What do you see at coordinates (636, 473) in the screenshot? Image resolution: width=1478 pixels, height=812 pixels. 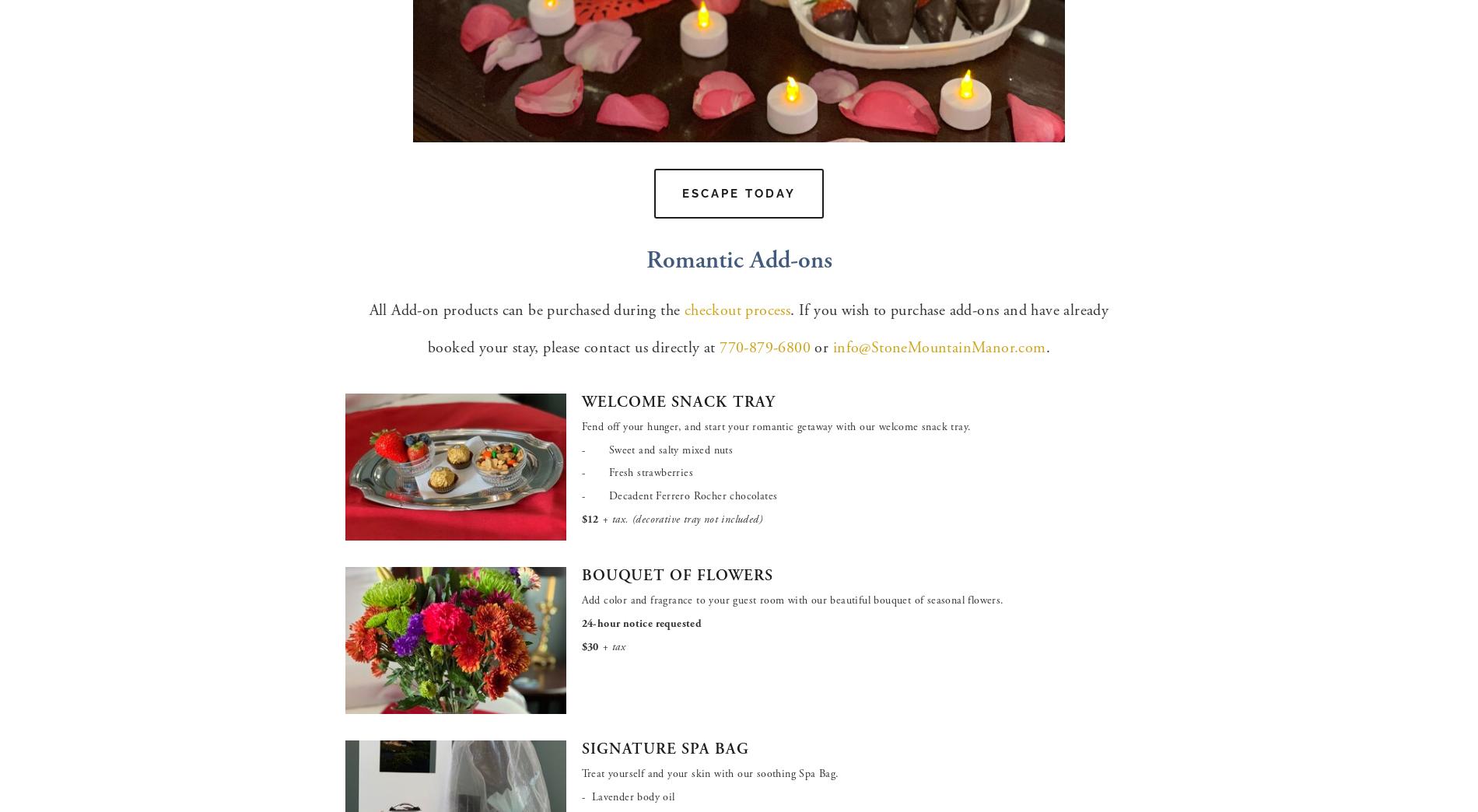 I see `'-       Fresh strawberries'` at bounding box center [636, 473].